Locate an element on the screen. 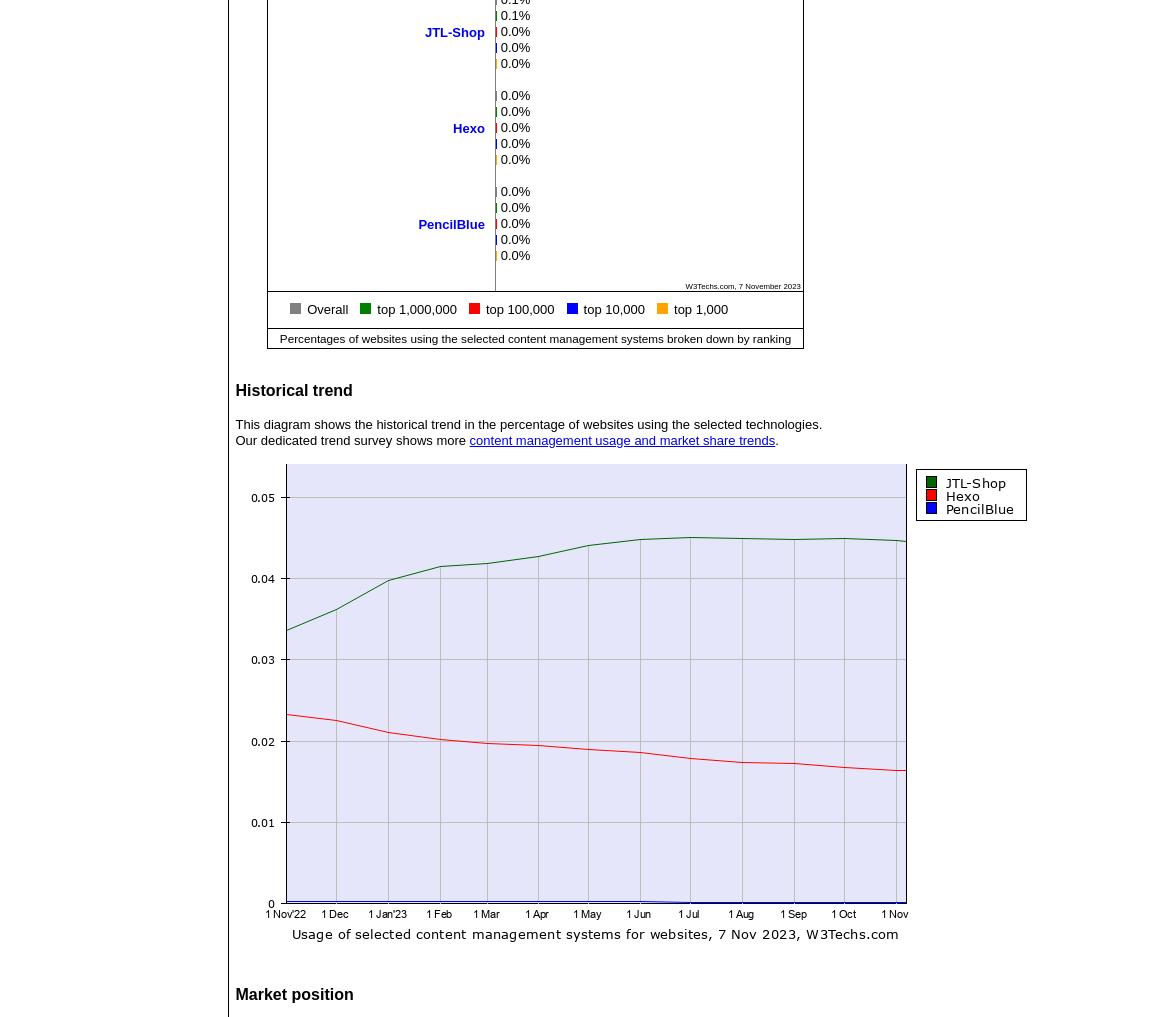 The image size is (1150, 1017). 'Historical trend' is located at coordinates (293, 389).